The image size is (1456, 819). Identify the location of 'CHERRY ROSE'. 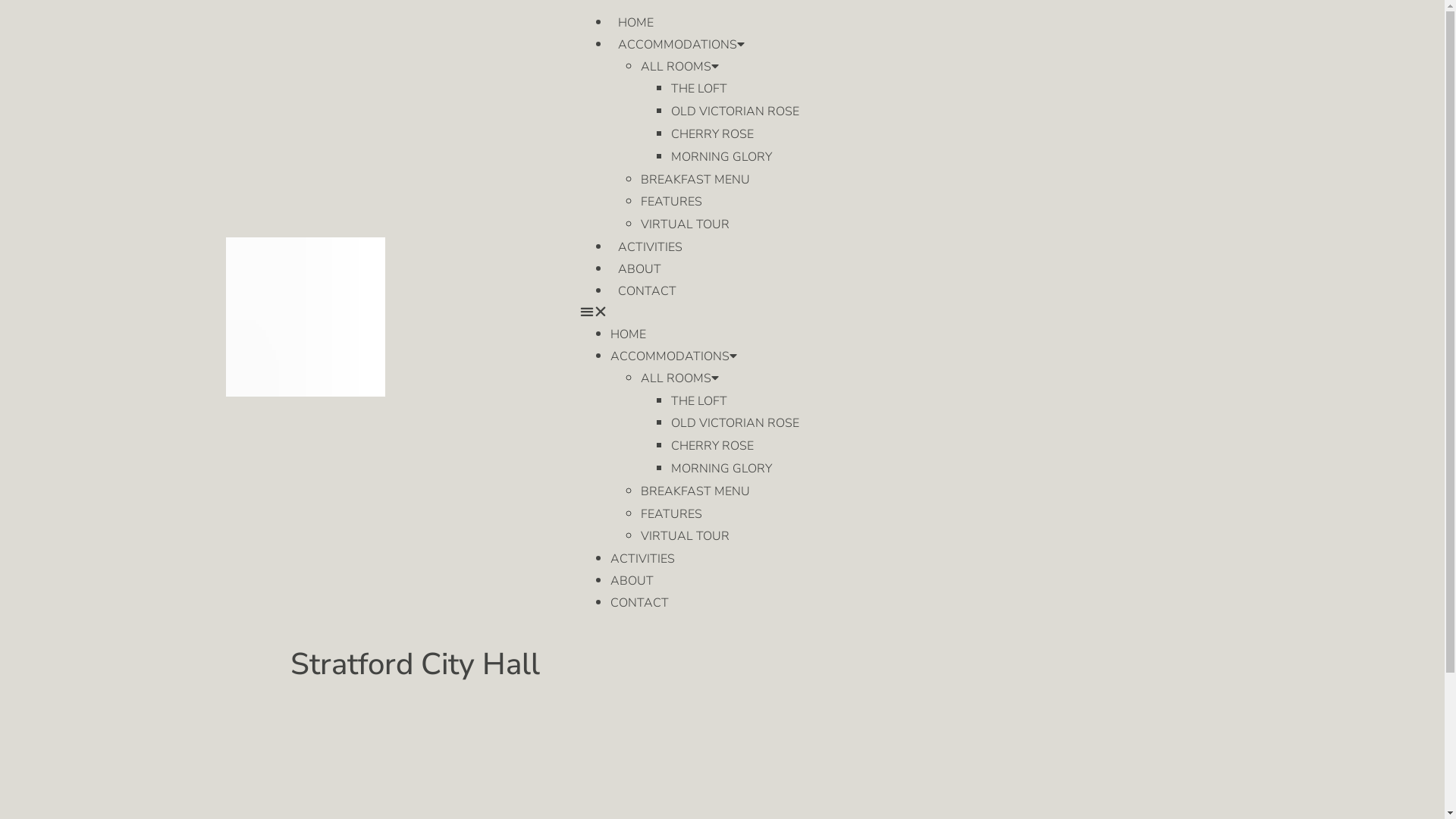
(670, 133).